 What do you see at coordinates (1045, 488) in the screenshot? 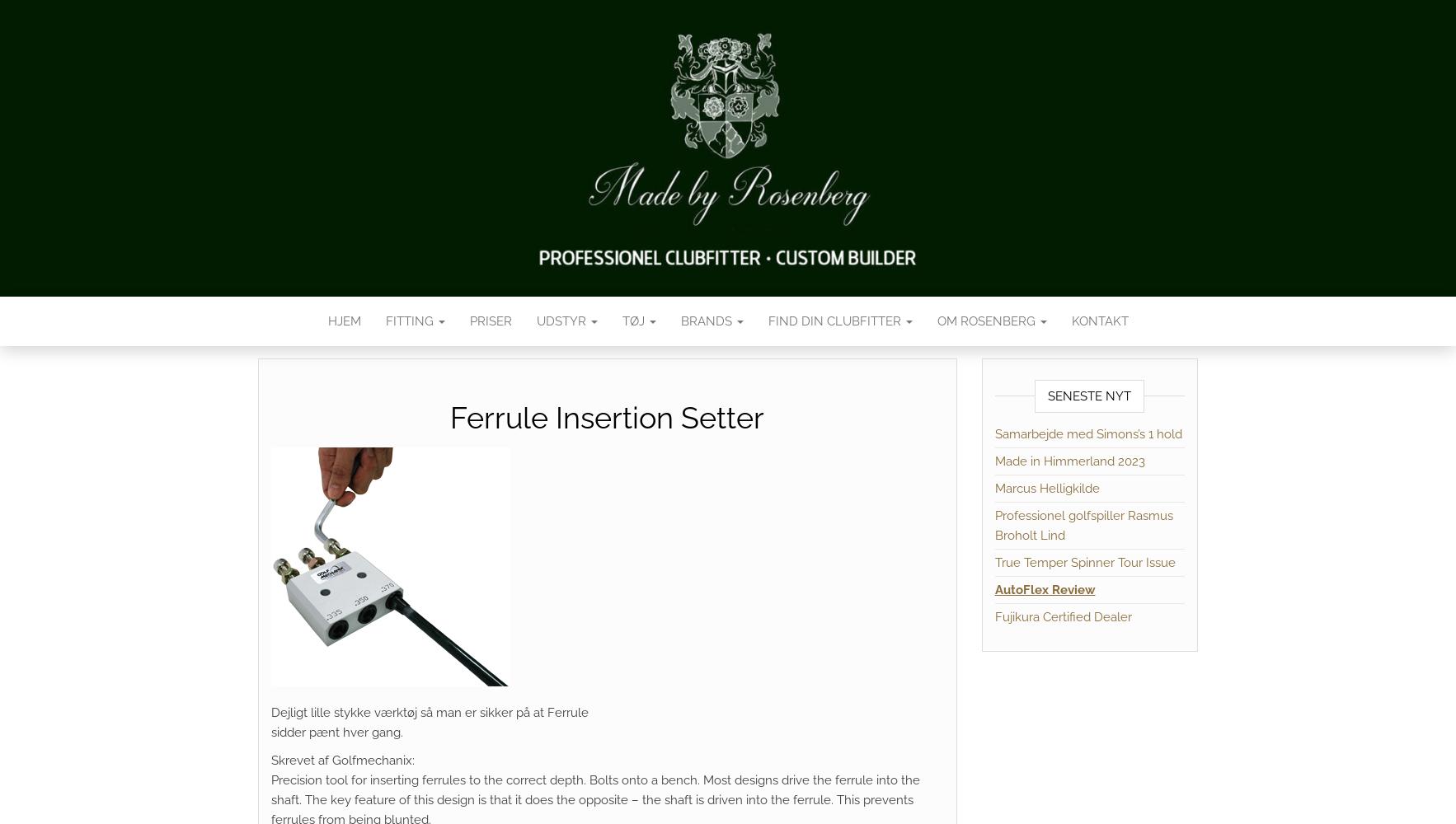
I see `'Marcus Helligkilde'` at bounding box center [1045, 488].